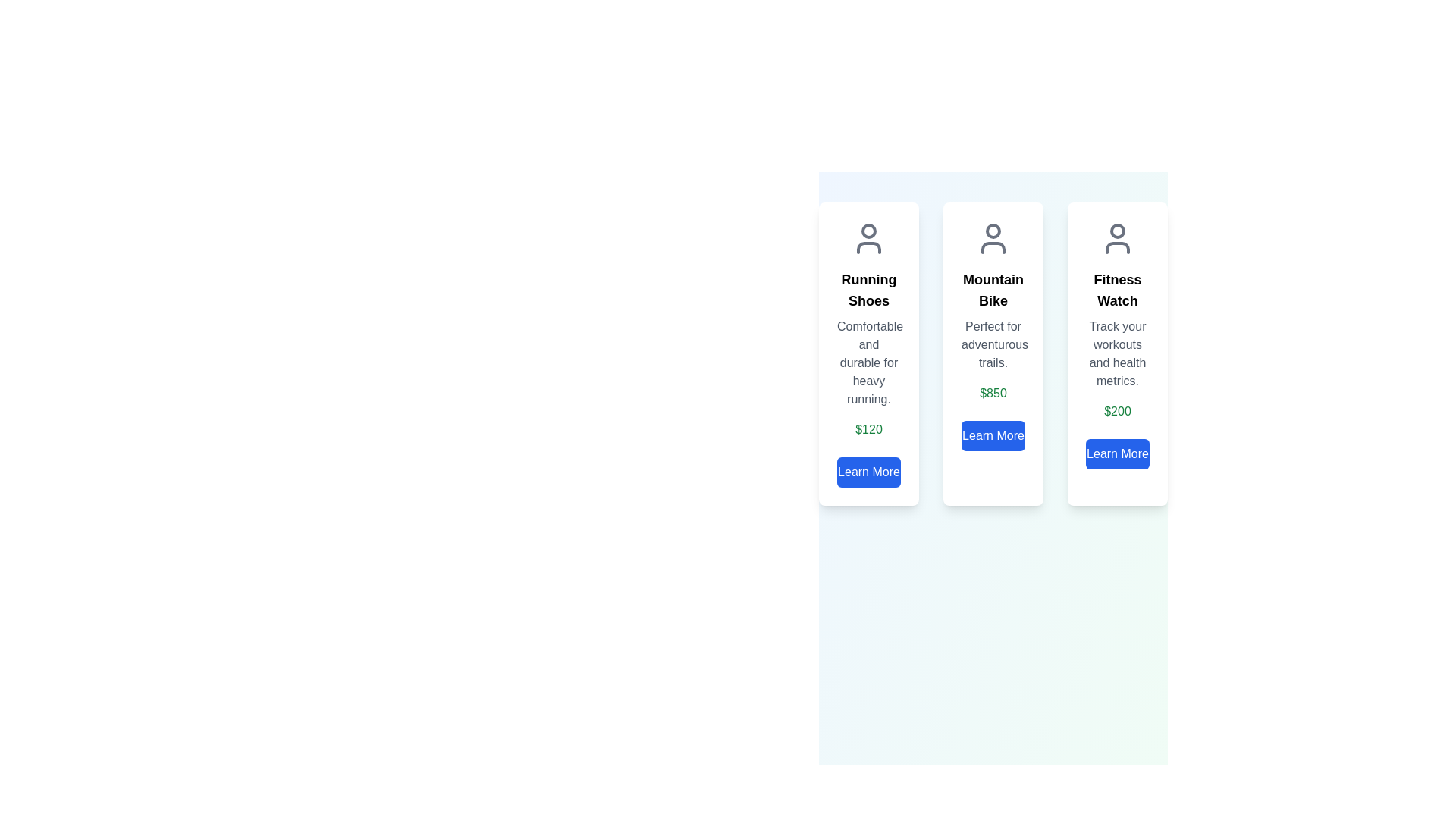 This screenshot has width=1456, height=819. What do you see at coordinates (993, 231) in the screenshot?
I see `the Circular decorative graphic located at the top of the 'Mountain Bike' card, which serves as a visual marker within the profile icon` at bounding box center [993, 231].